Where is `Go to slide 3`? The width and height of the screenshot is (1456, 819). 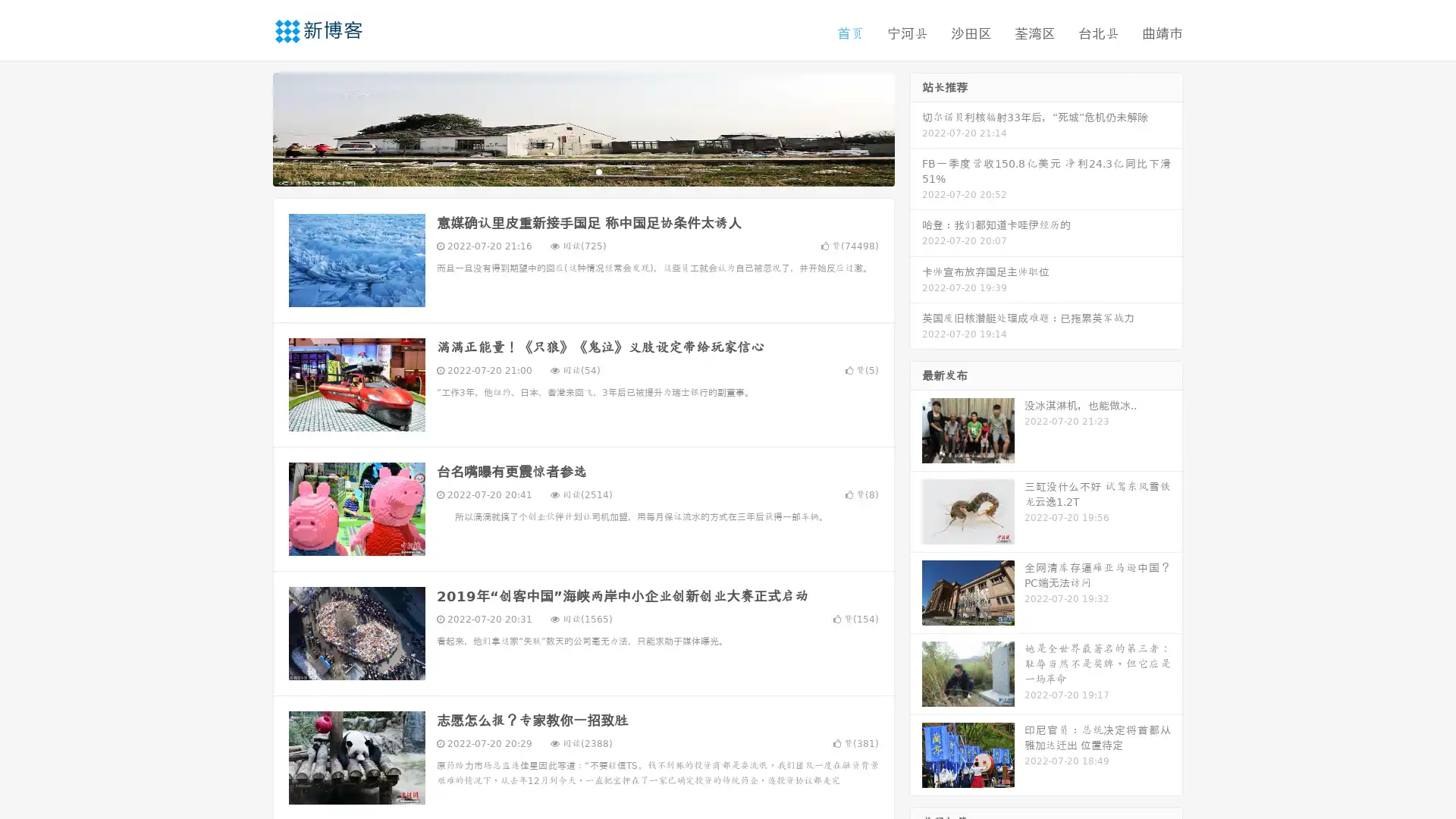
Go to slide 3 is located at coordinates (598, 171).